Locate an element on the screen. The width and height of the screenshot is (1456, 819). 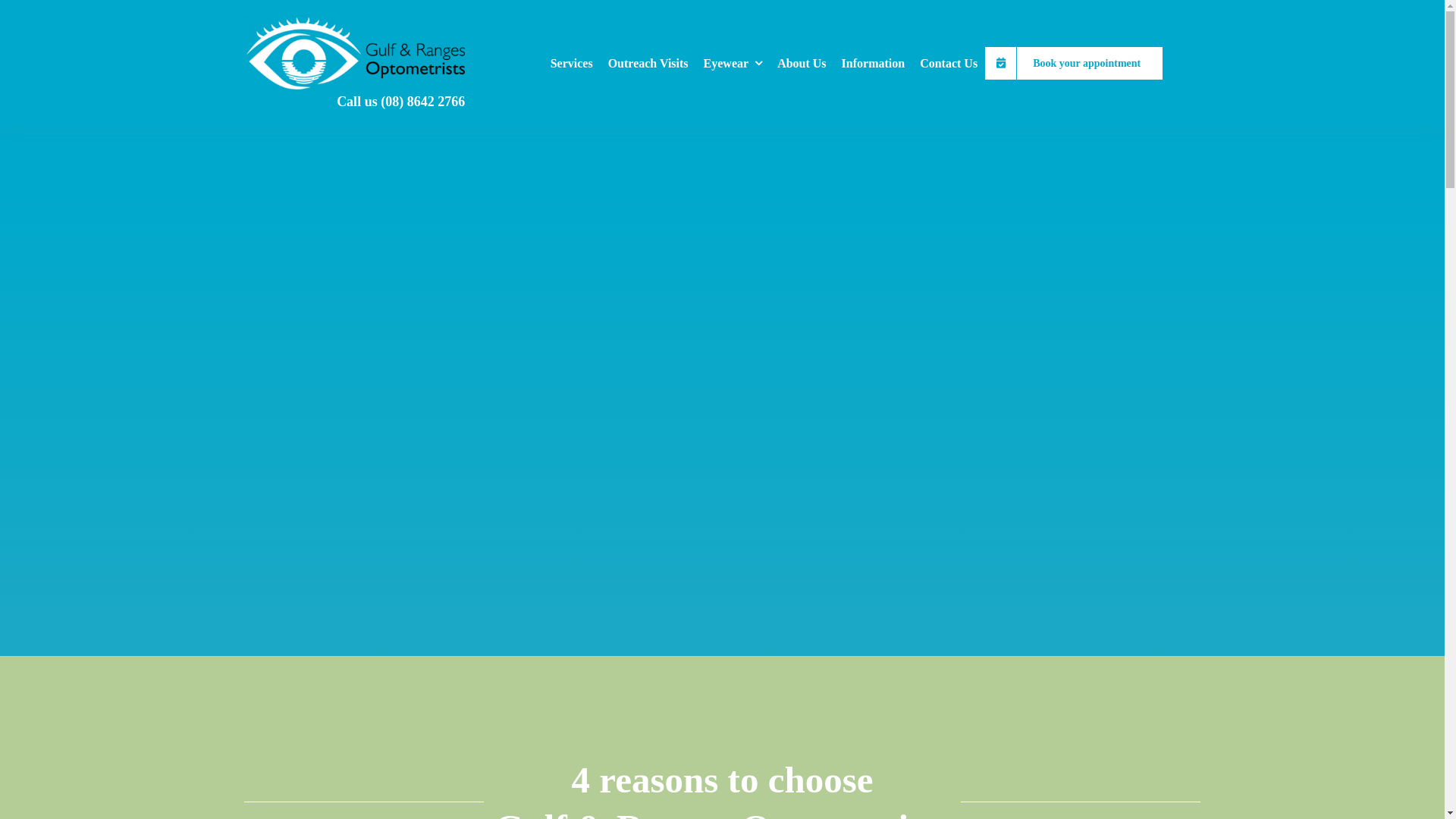
'(08) 8642 2766' is located at coordinates (381, 102).